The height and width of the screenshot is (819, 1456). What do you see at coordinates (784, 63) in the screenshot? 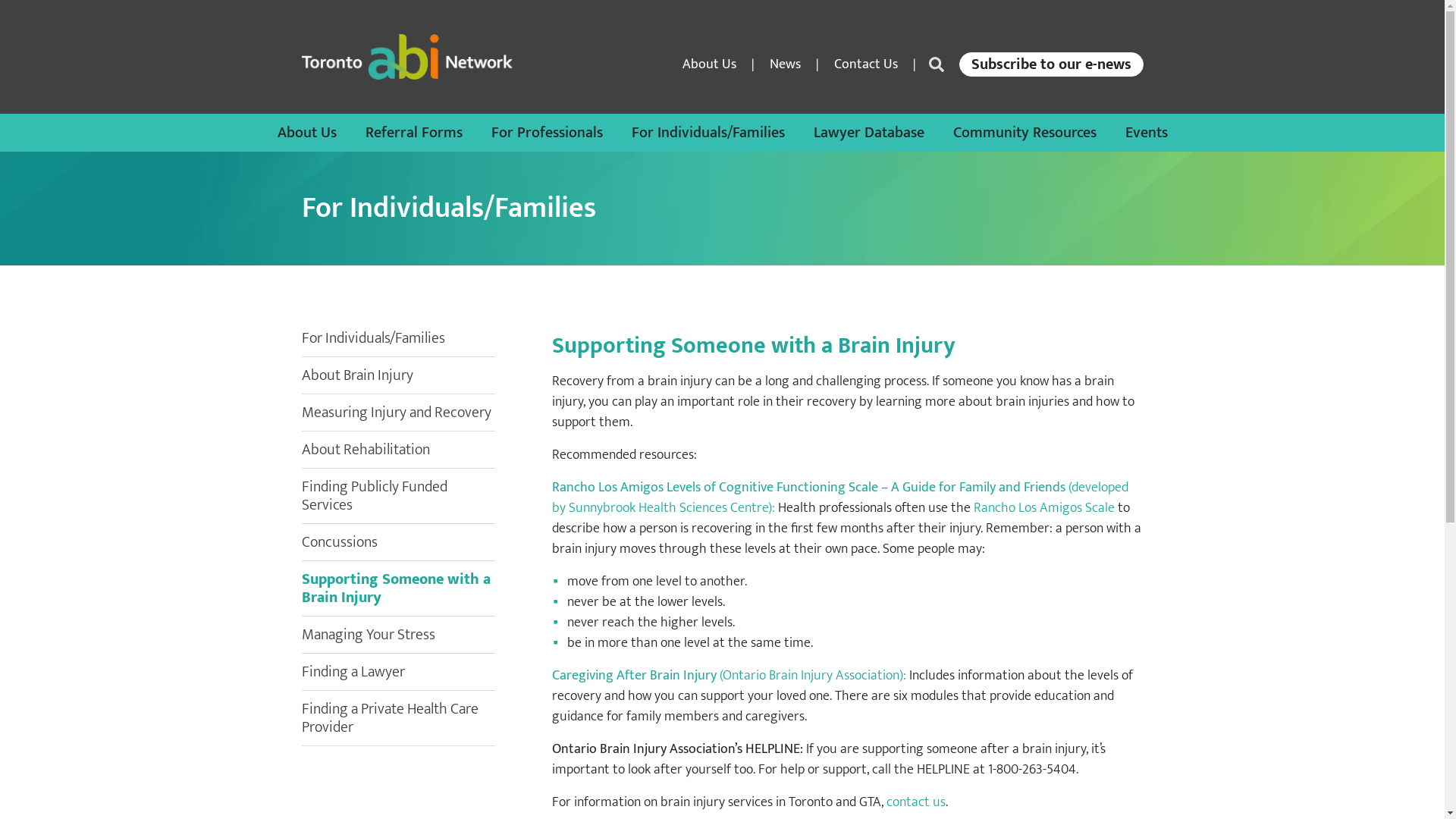
I see `'News'` at bounding box center [784, 63].